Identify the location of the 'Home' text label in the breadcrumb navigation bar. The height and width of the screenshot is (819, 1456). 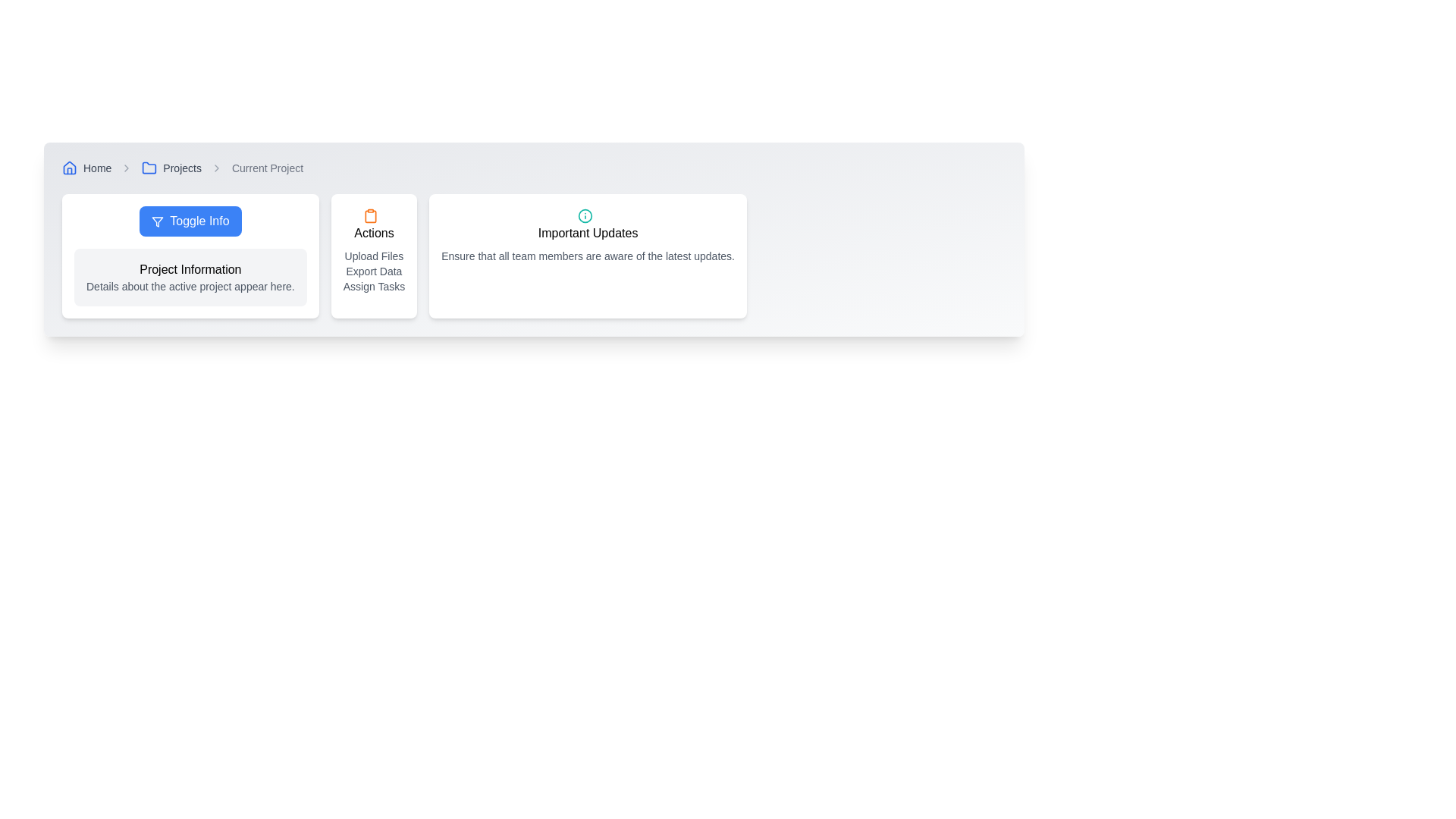
(86, 168).